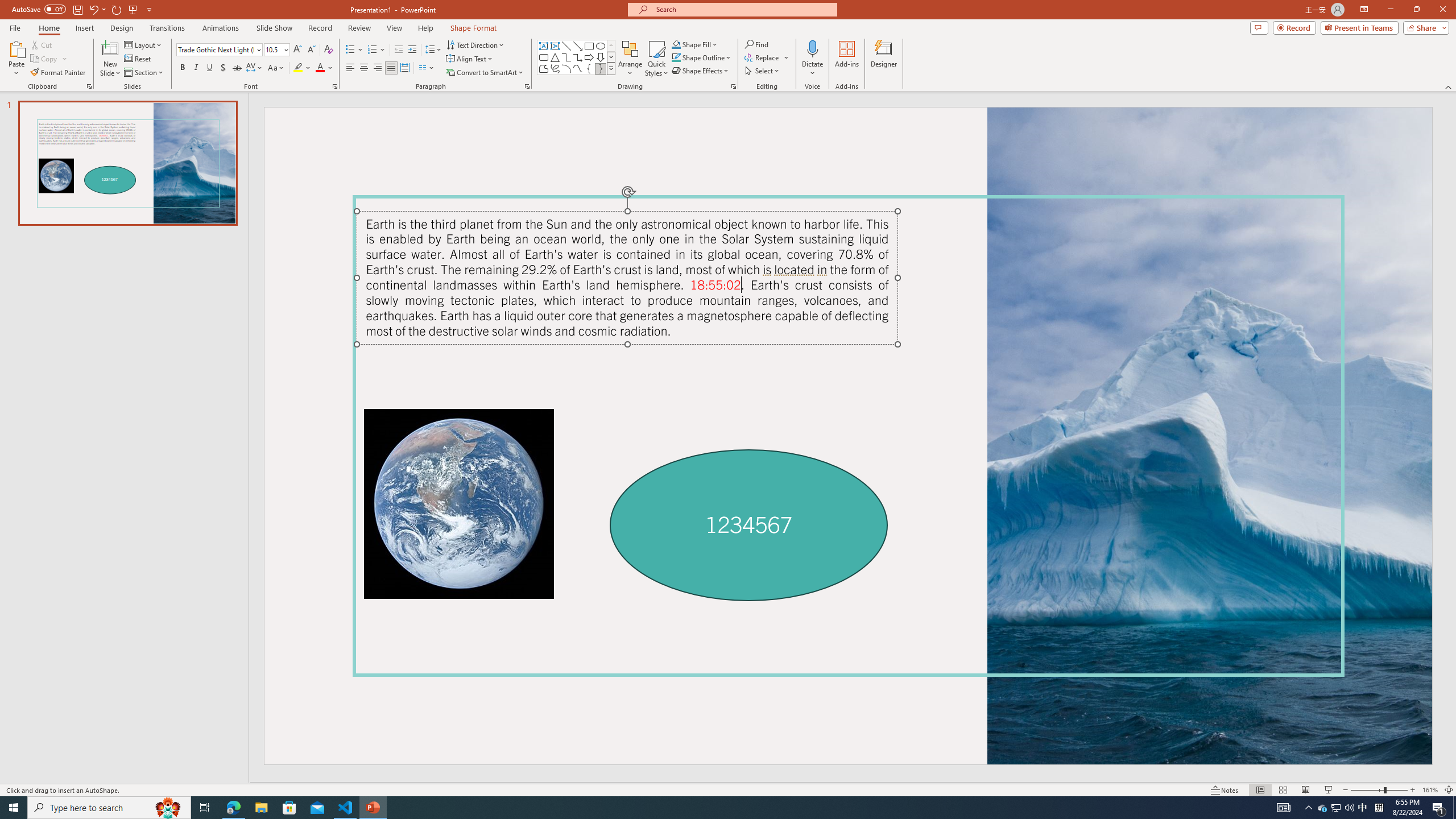 The height and width of the screenshot is (819, 1456). I want to click on 'Office Clipboard...', so click(88, 85).